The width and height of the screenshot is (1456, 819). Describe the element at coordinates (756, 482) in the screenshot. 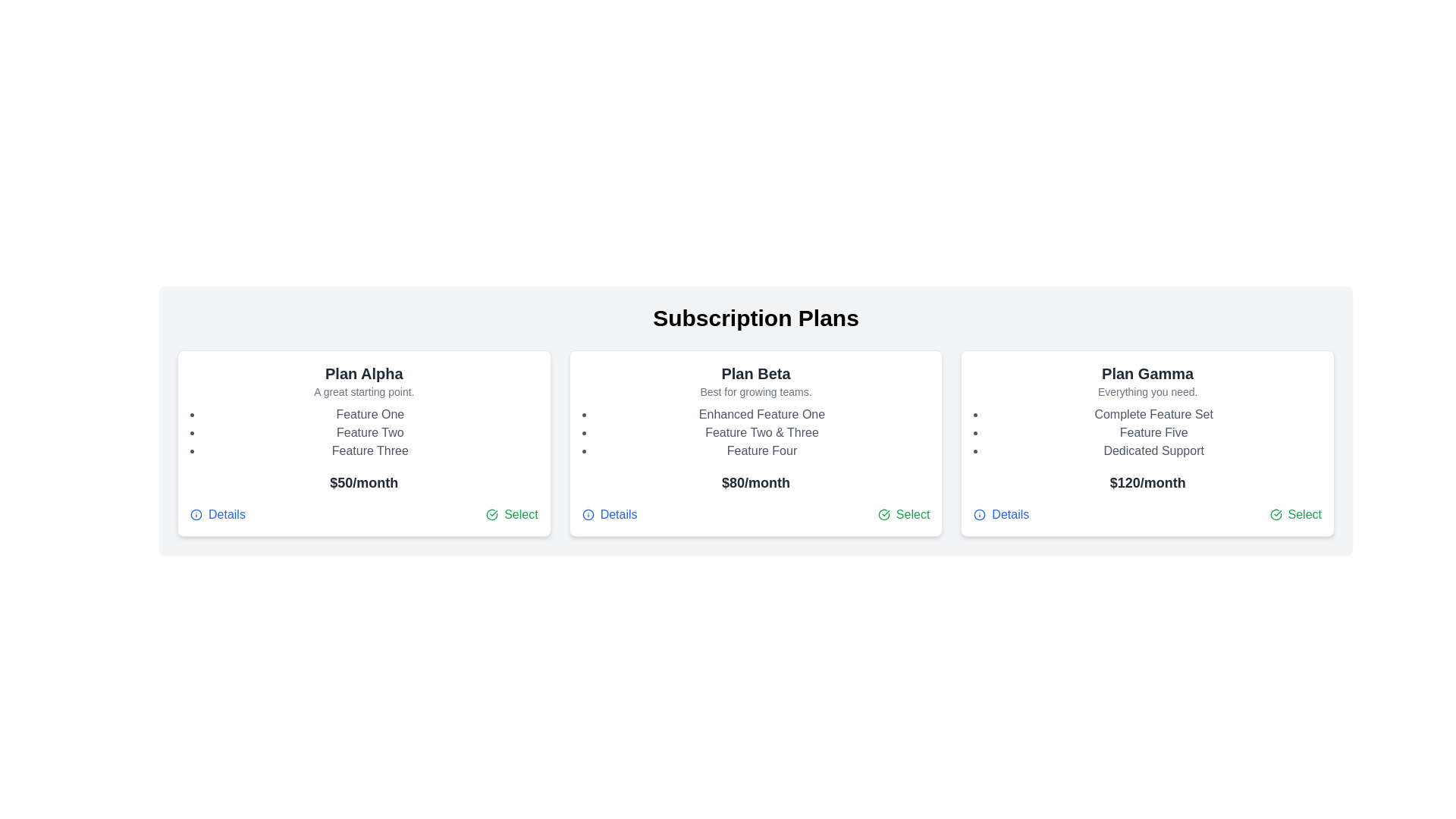

I see `the pricing information text display located in the center card labeled 'Plan Beta'` at that location.